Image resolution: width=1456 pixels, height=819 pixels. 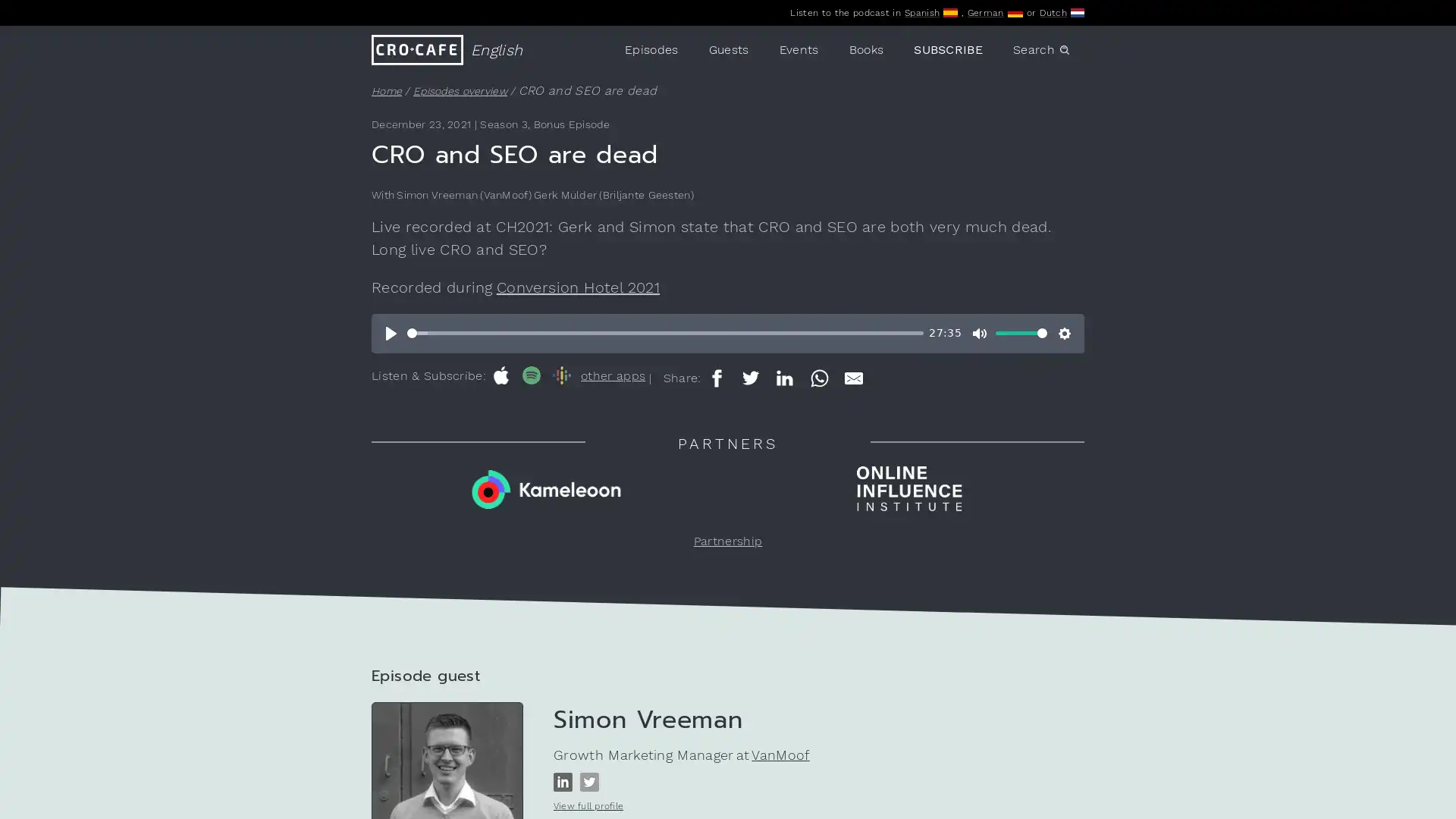 What do you see at coordinates (391, 332) in the screenshot?
I see `Play` at bounding box center [391, 332].